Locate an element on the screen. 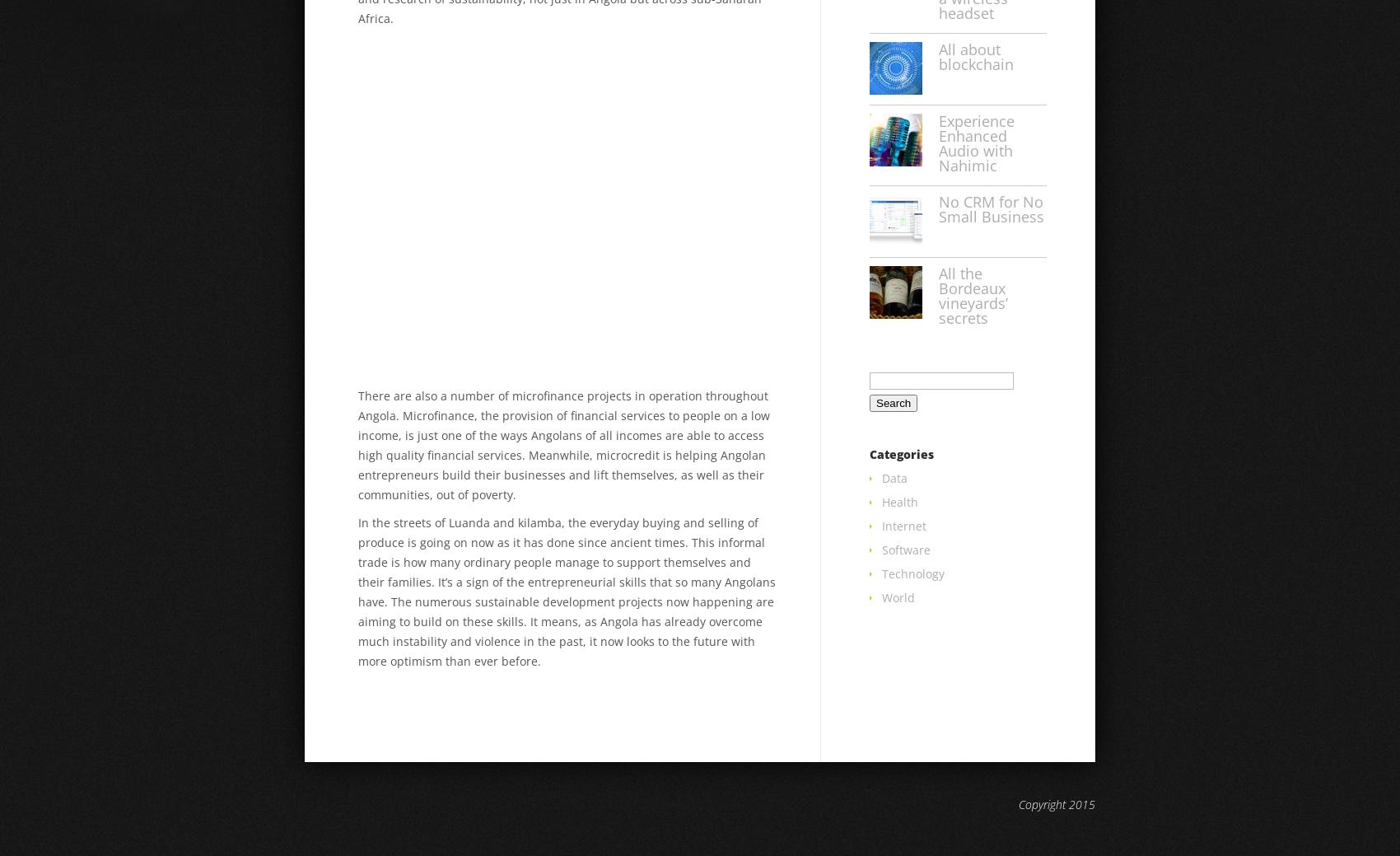  'Health' is located at coordinates (882, 502).